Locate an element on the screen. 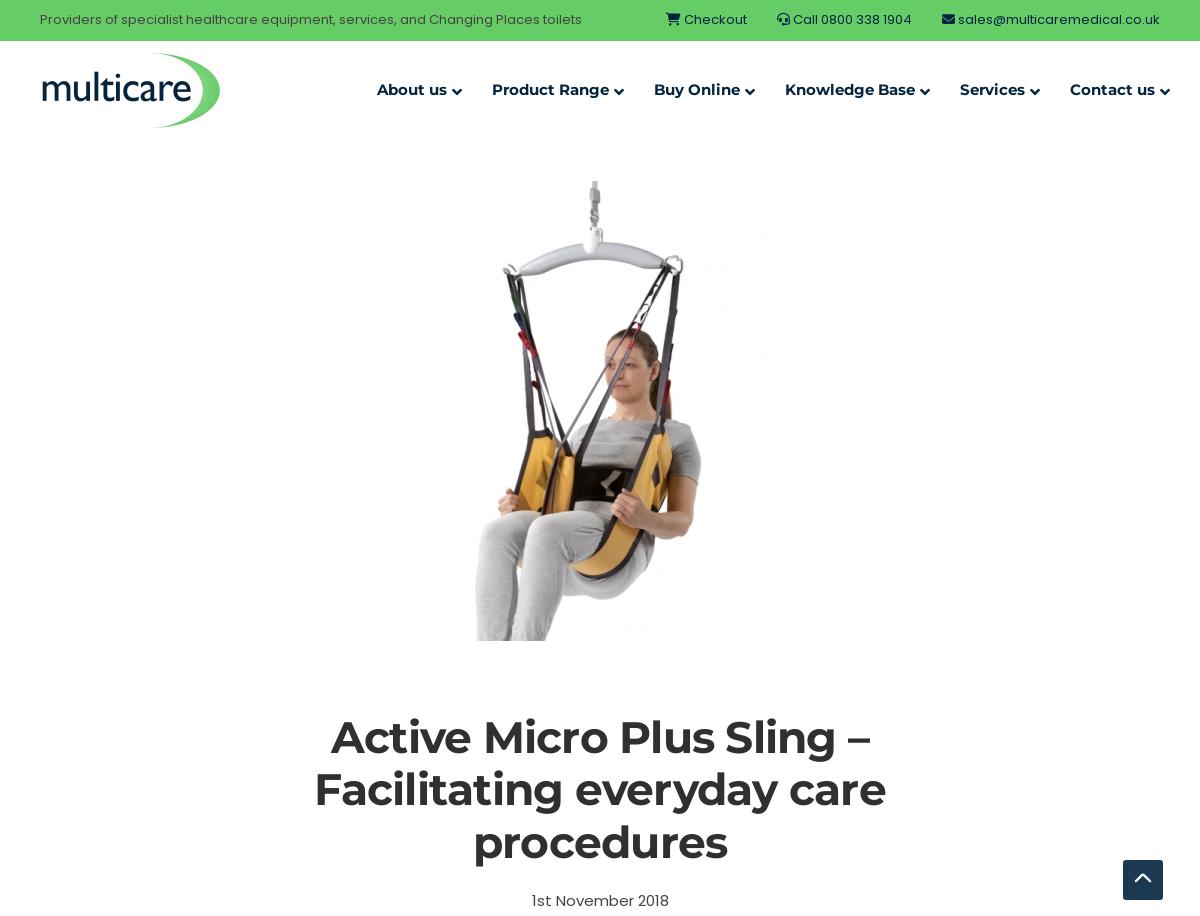 The image size is (1200, 916). 'Checkout' is located at coordinates (681, 19).